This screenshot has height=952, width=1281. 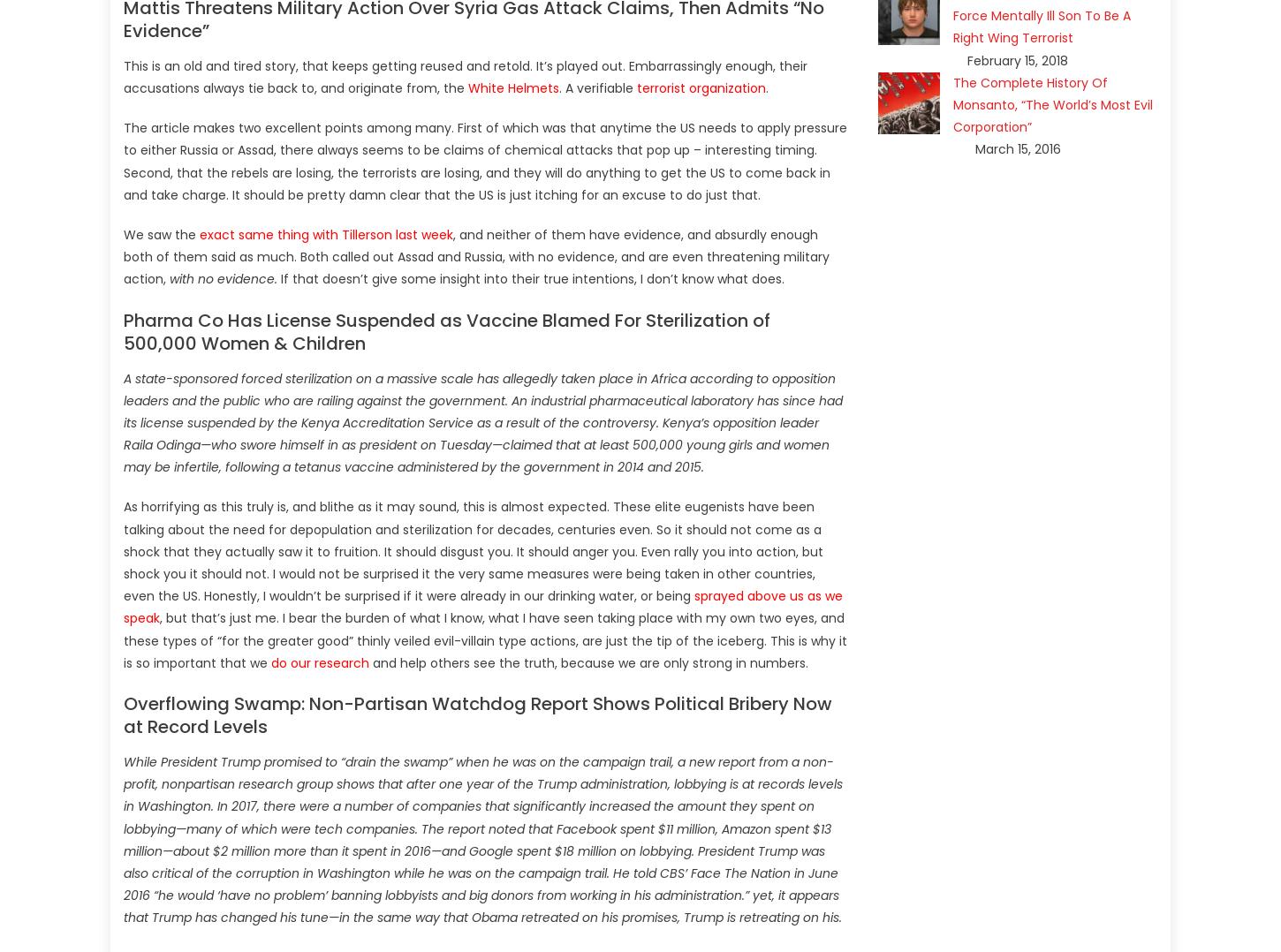 What do you see at coordinates (1017, 60) in the screenshot?
I see `'February 15, 2018'` at bounding box center [1017, 60].